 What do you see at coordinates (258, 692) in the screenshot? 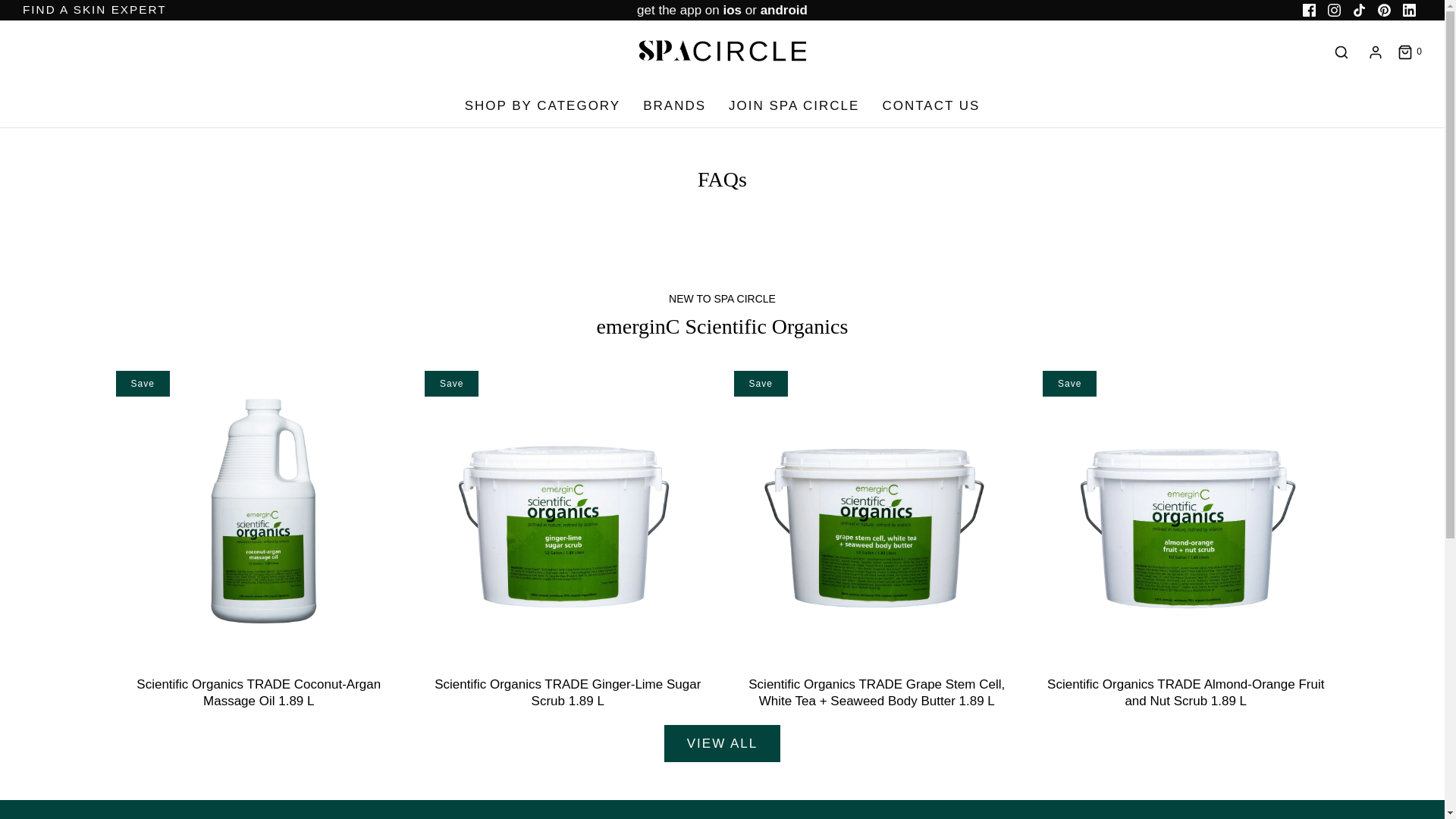
I see `'Scientific Organics TRADE Coconut-Argan Massage Oil 1.89 L'` at bounding box center [258, 692].